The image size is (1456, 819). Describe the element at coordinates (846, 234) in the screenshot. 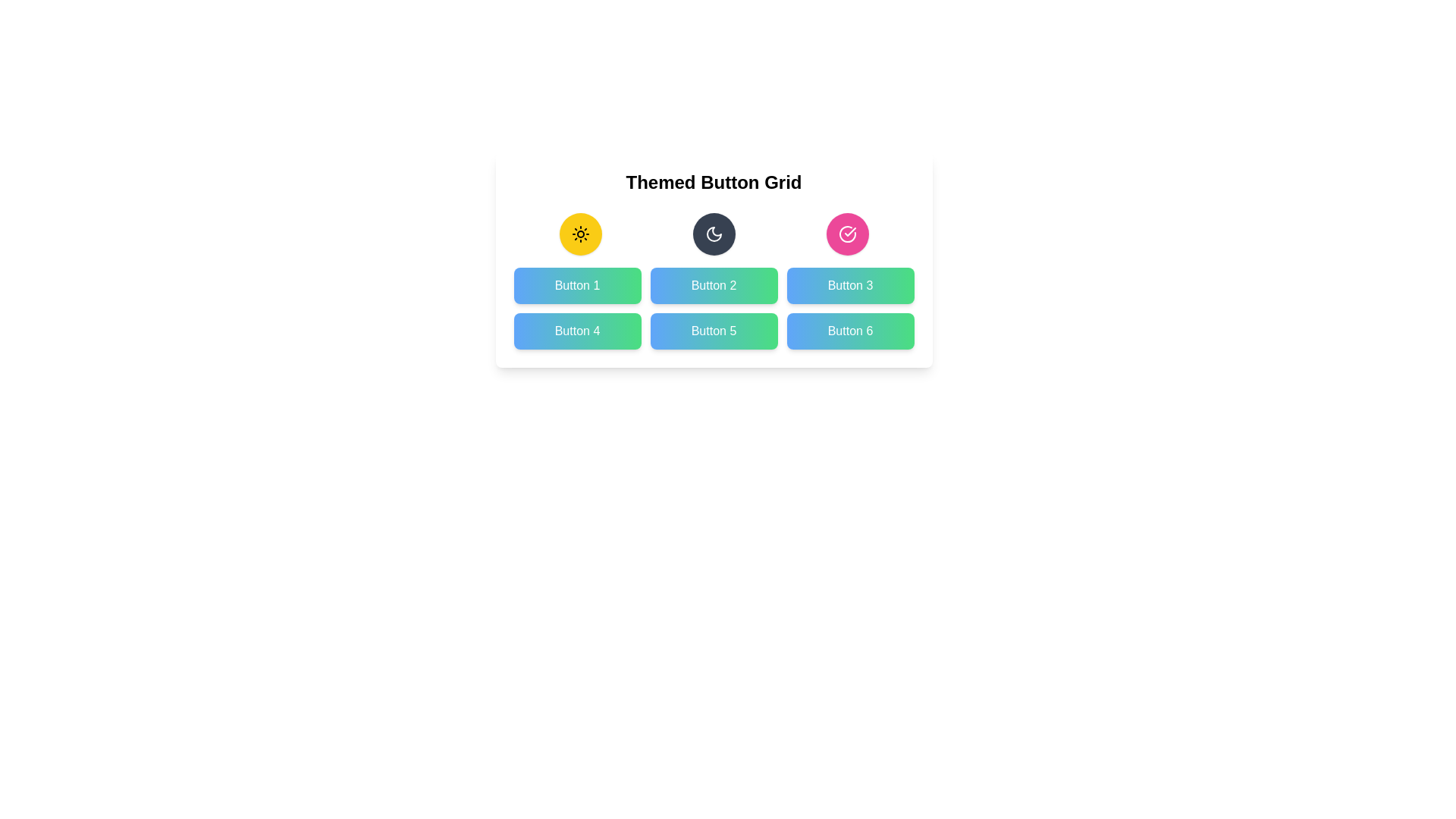

I see `the circle-shaped icon with a pink background and a white checkmark inside, which is the third icon from the left in the themed button grid labeled 'Themed Button Grid'` at that location.